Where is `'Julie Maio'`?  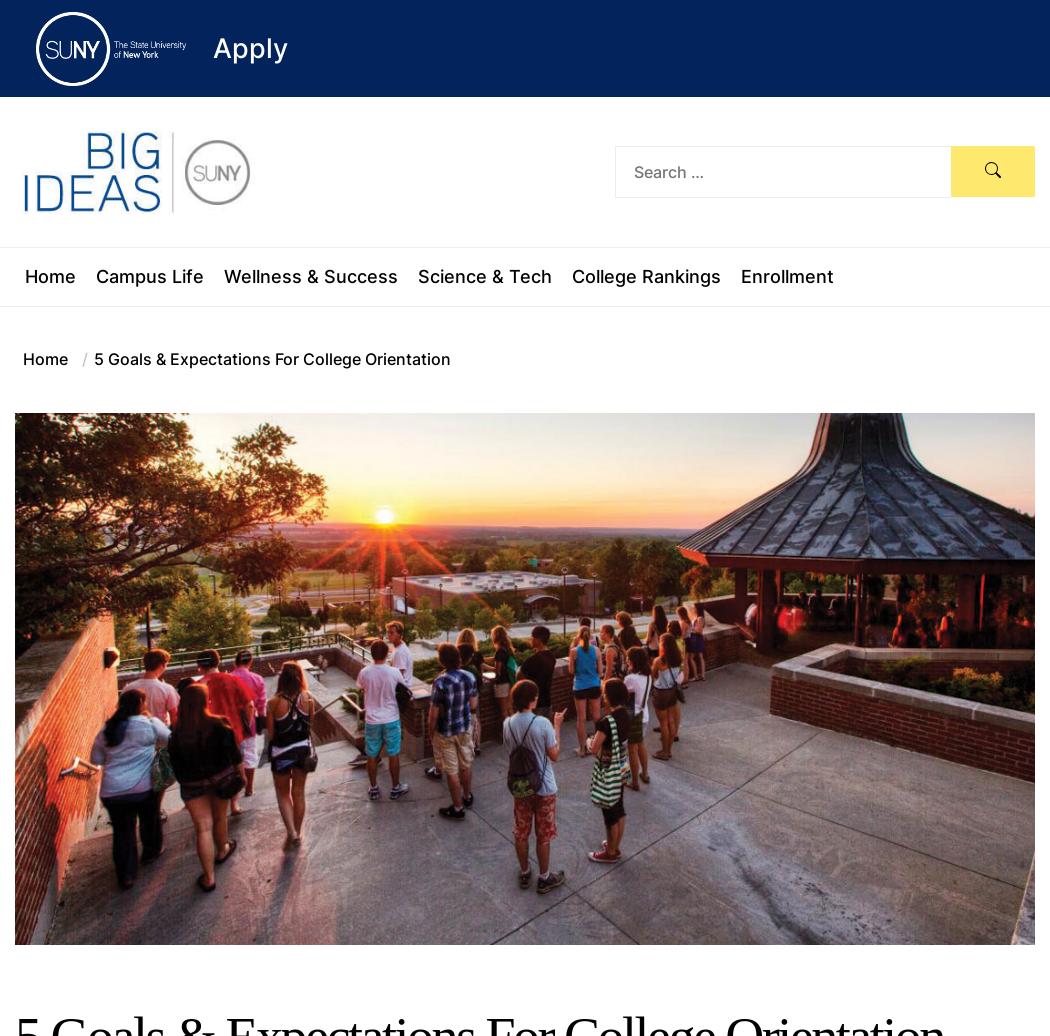
'Julie Maio' is located at coordinates (531, 1017).